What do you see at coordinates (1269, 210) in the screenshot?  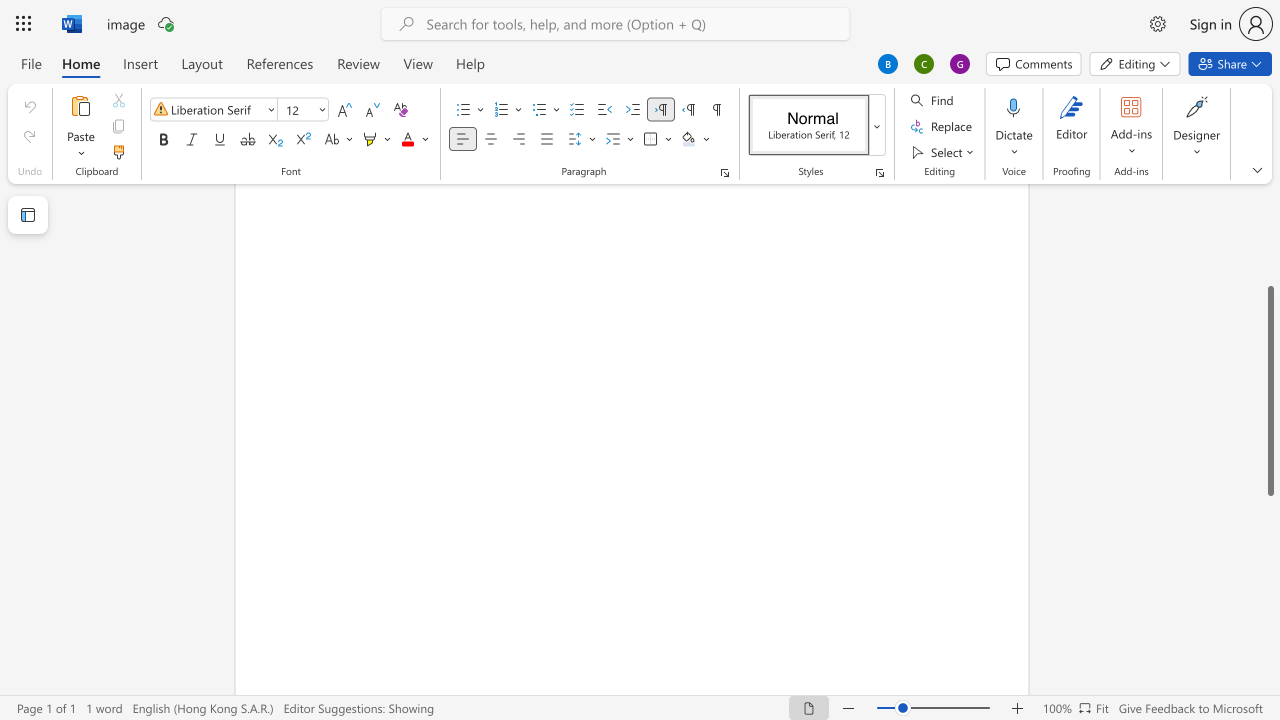 I see `the scrollbar to scroll upward` at bounding box center [1269, 210].